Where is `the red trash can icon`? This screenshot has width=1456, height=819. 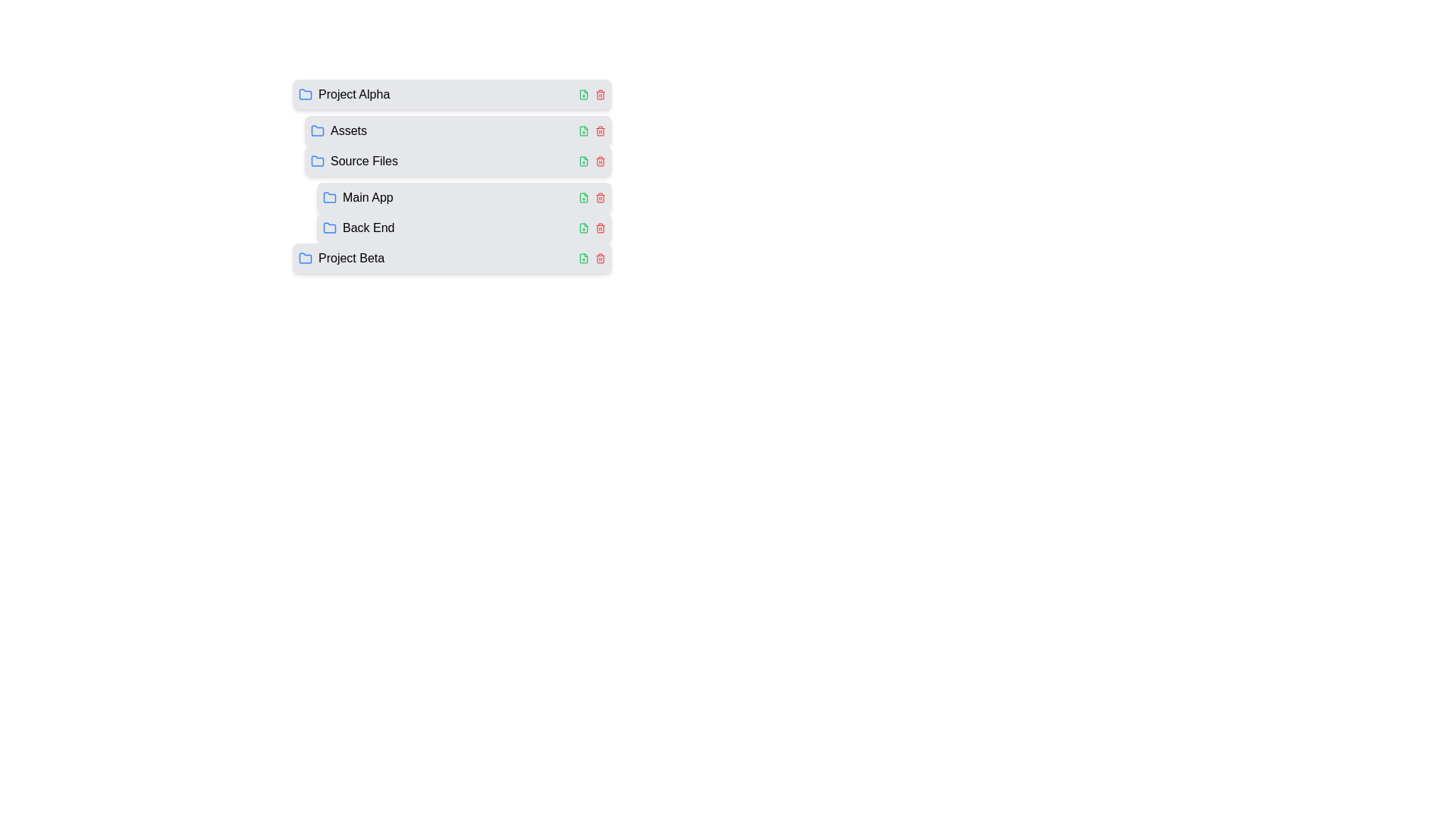
the red trash can icon is located at coordinates (600, 227).